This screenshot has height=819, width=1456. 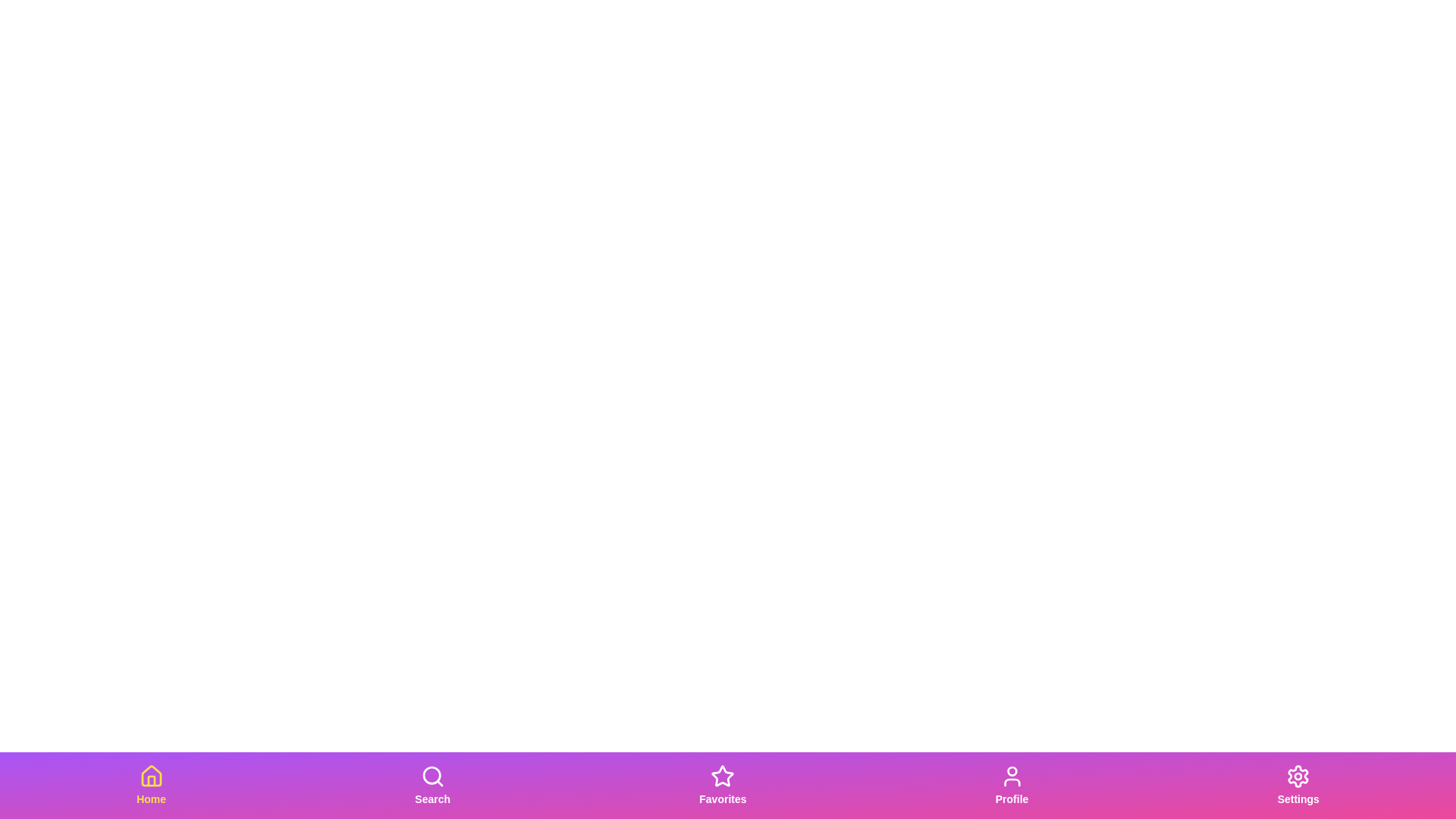 What do you see at coordinates (431, 785) in the screenshot?
I see `the Search tab to observe the visual feedback` at bounding box center [431, 785].